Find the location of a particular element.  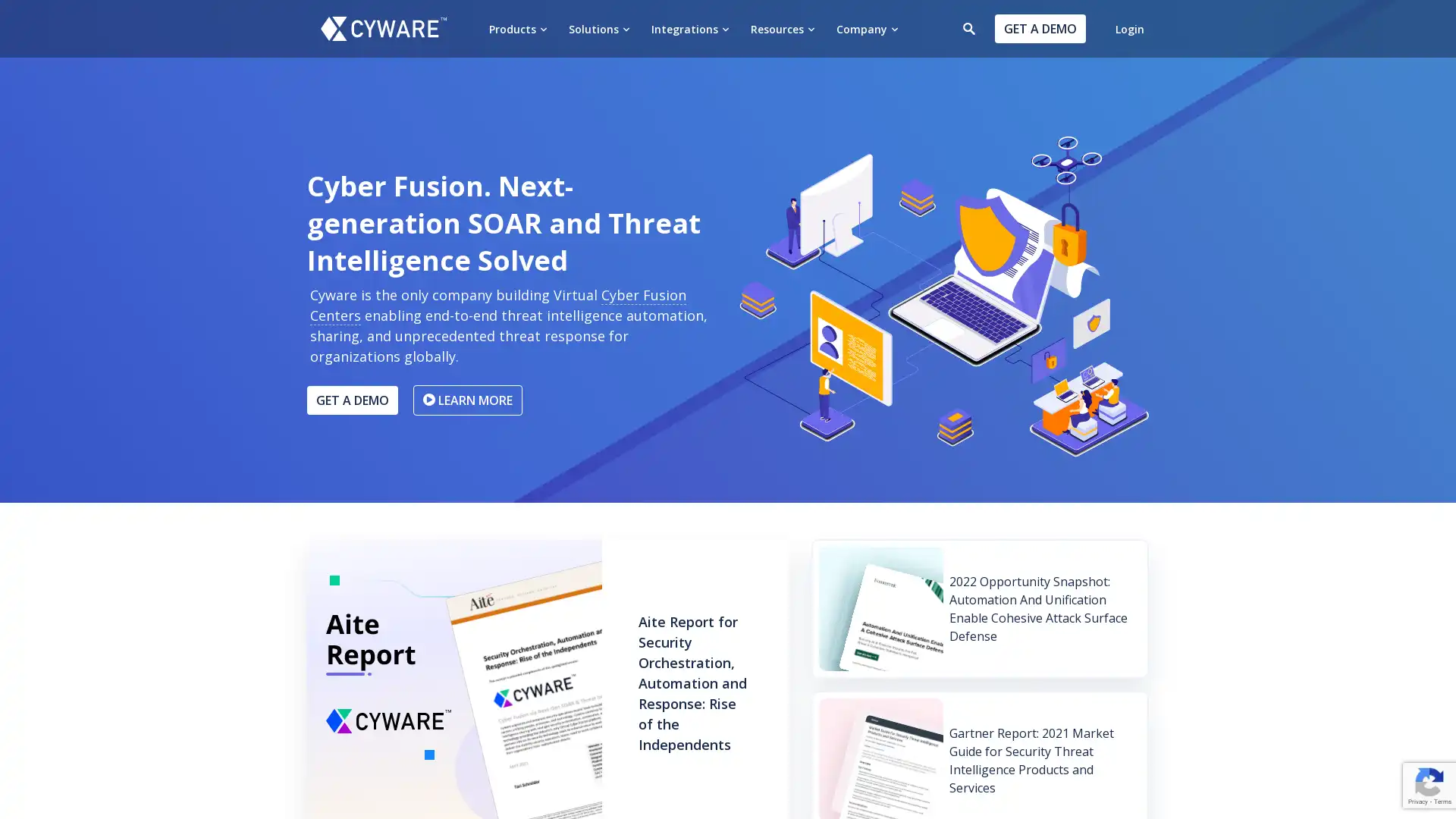

LEARN MORE is located at coordinates (467, 399).